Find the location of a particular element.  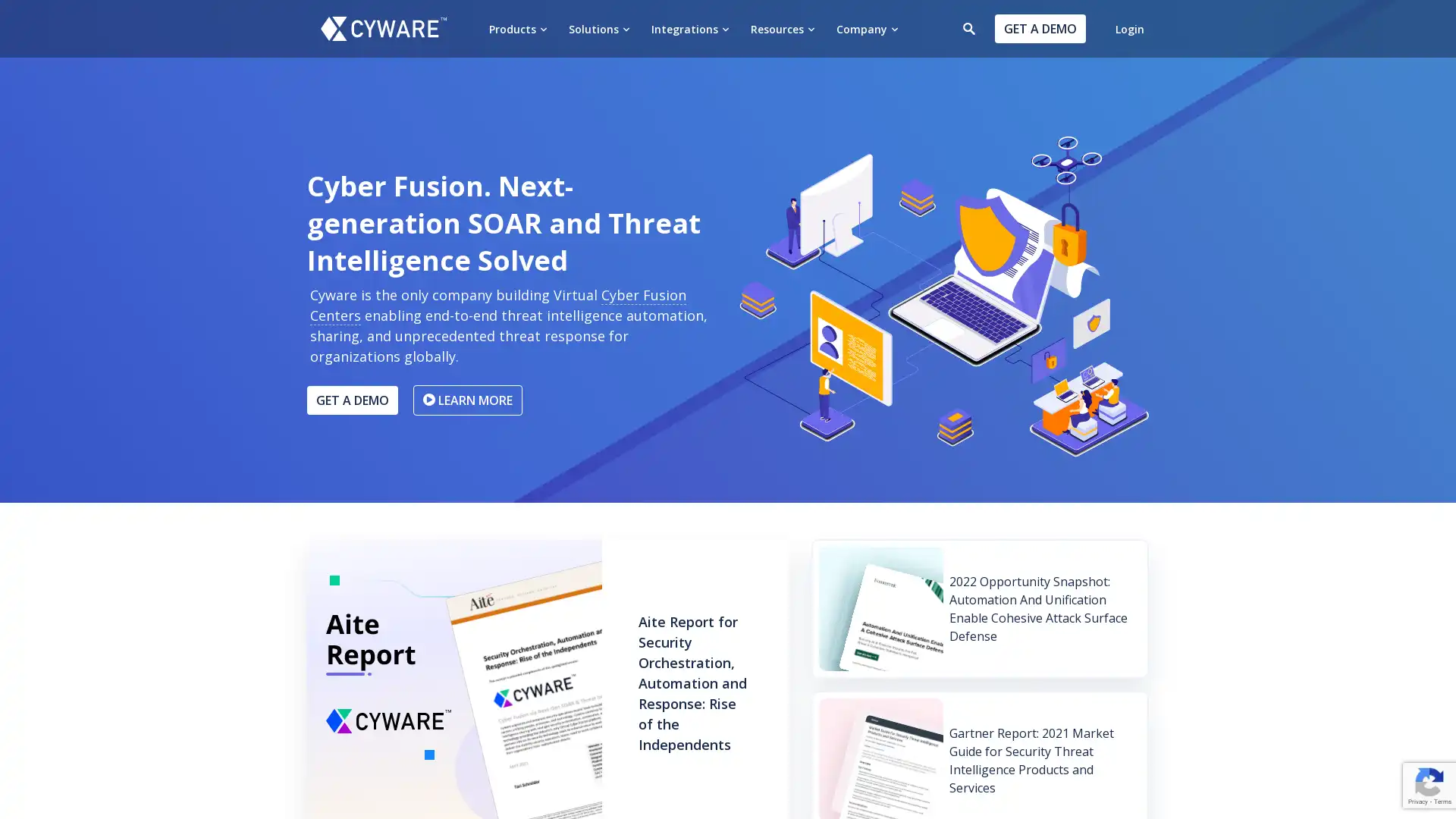

LEARN MORE is located at coordinates (467, 399).